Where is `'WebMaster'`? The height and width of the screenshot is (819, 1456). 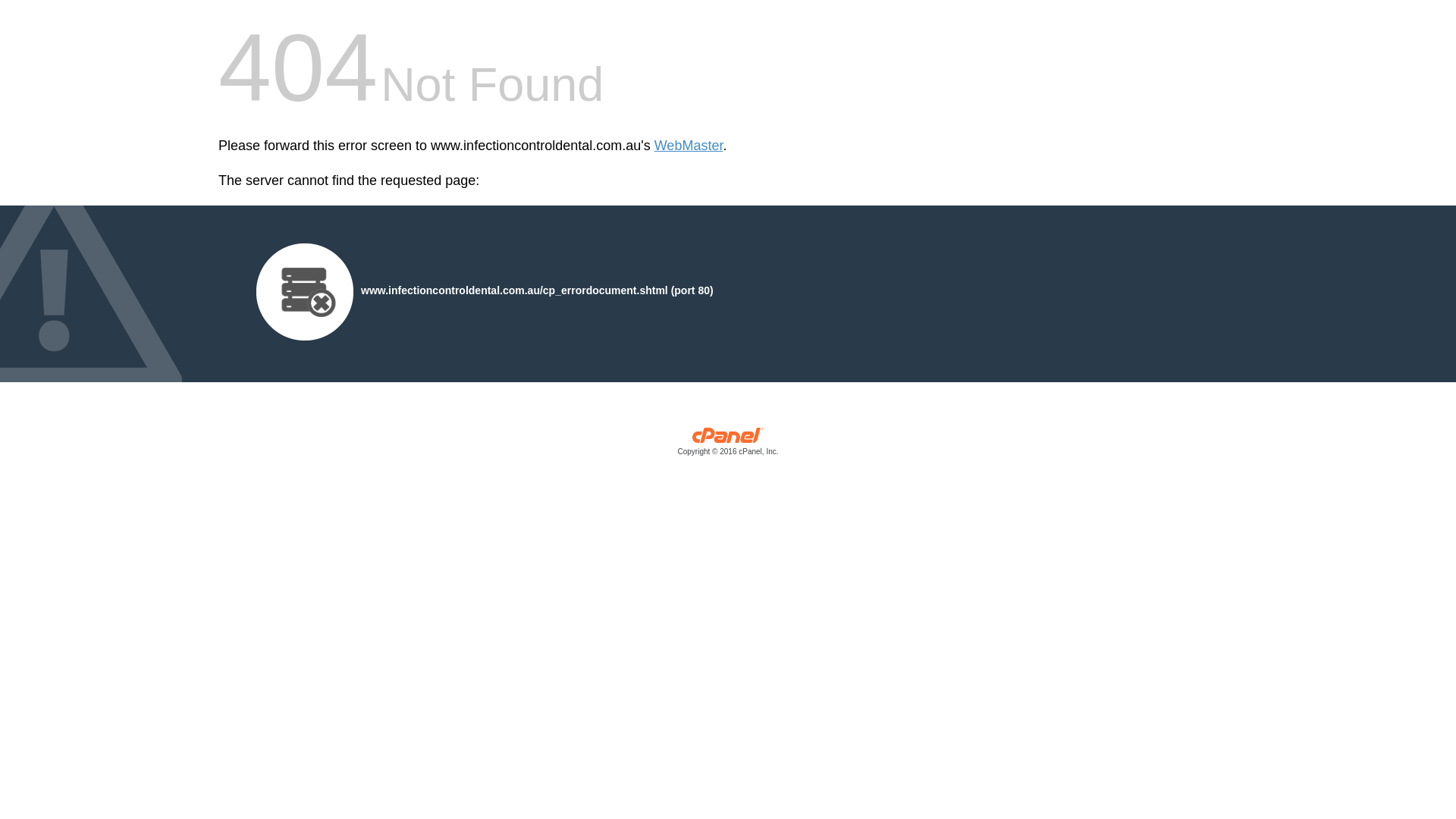
'WebMaster' is located at coordinates (688, 146).